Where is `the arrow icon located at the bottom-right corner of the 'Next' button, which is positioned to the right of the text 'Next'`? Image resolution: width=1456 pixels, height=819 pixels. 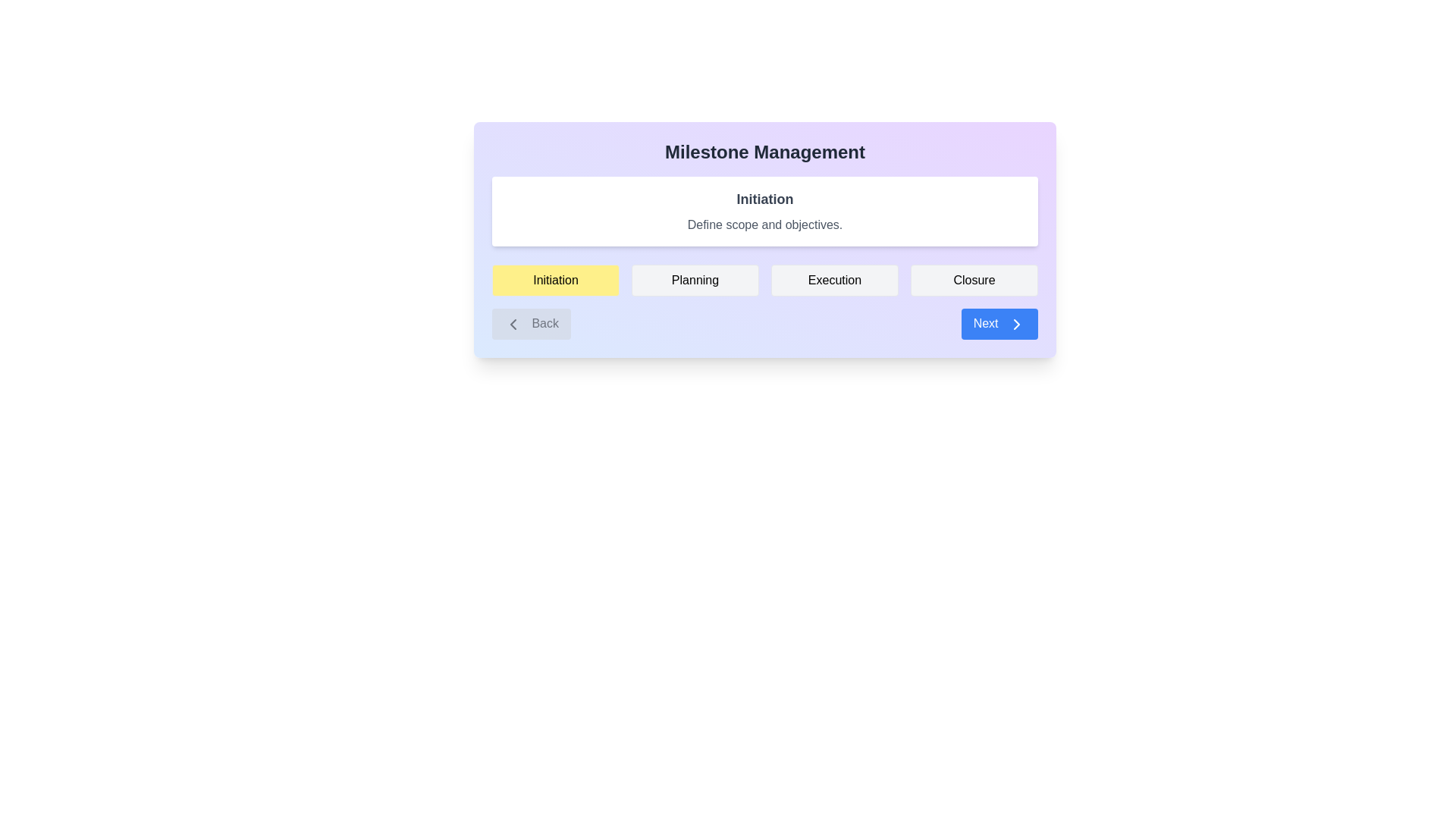
the arrow icon located at the bottom-right corner of the 'Next' button, which is positioned to the right of the text 'Next' is located at coordinates (1016, 323).